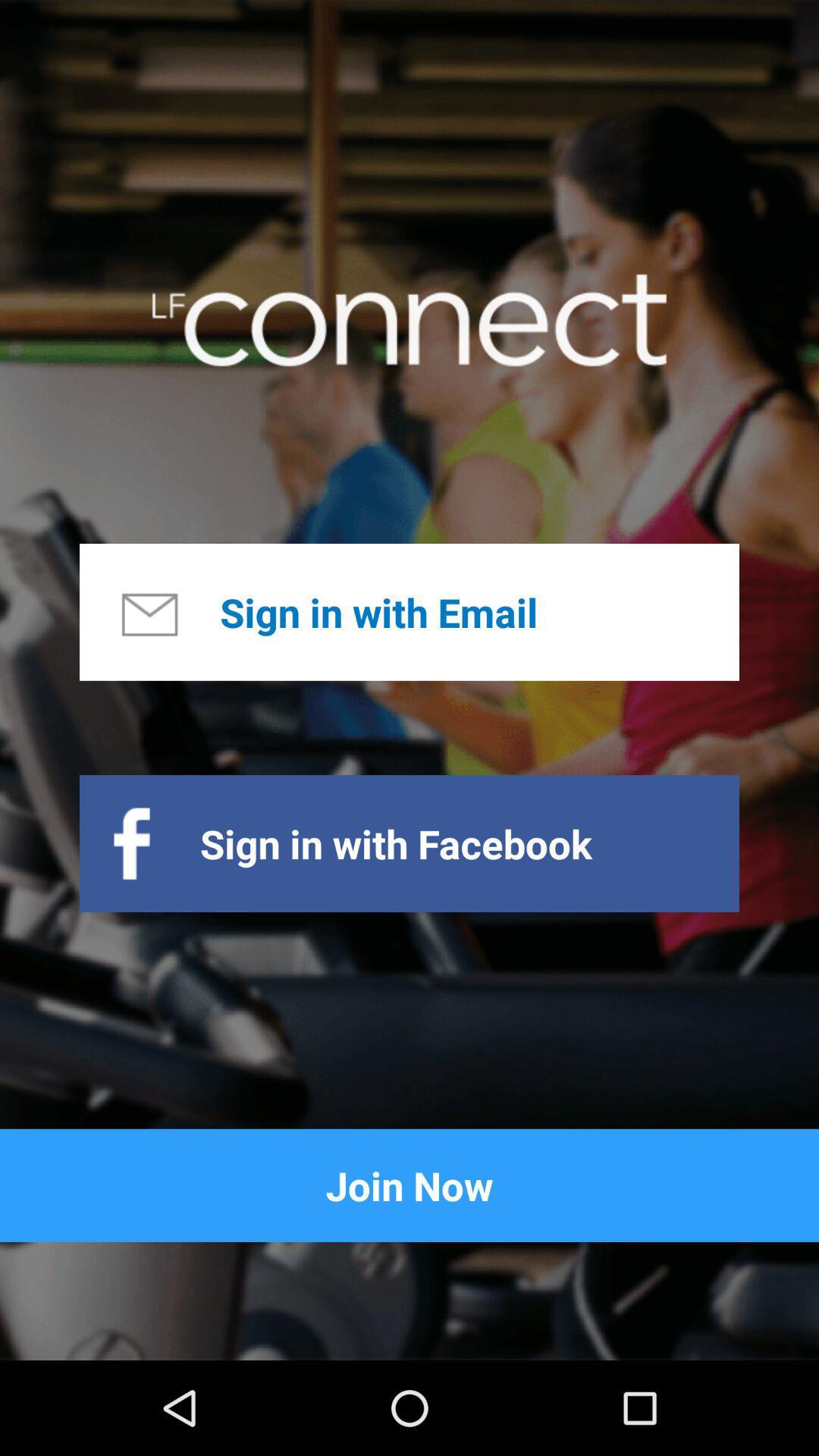 The width and height of the screenshot is (819, 1456). I want to click on join now, so click(409, 1185).